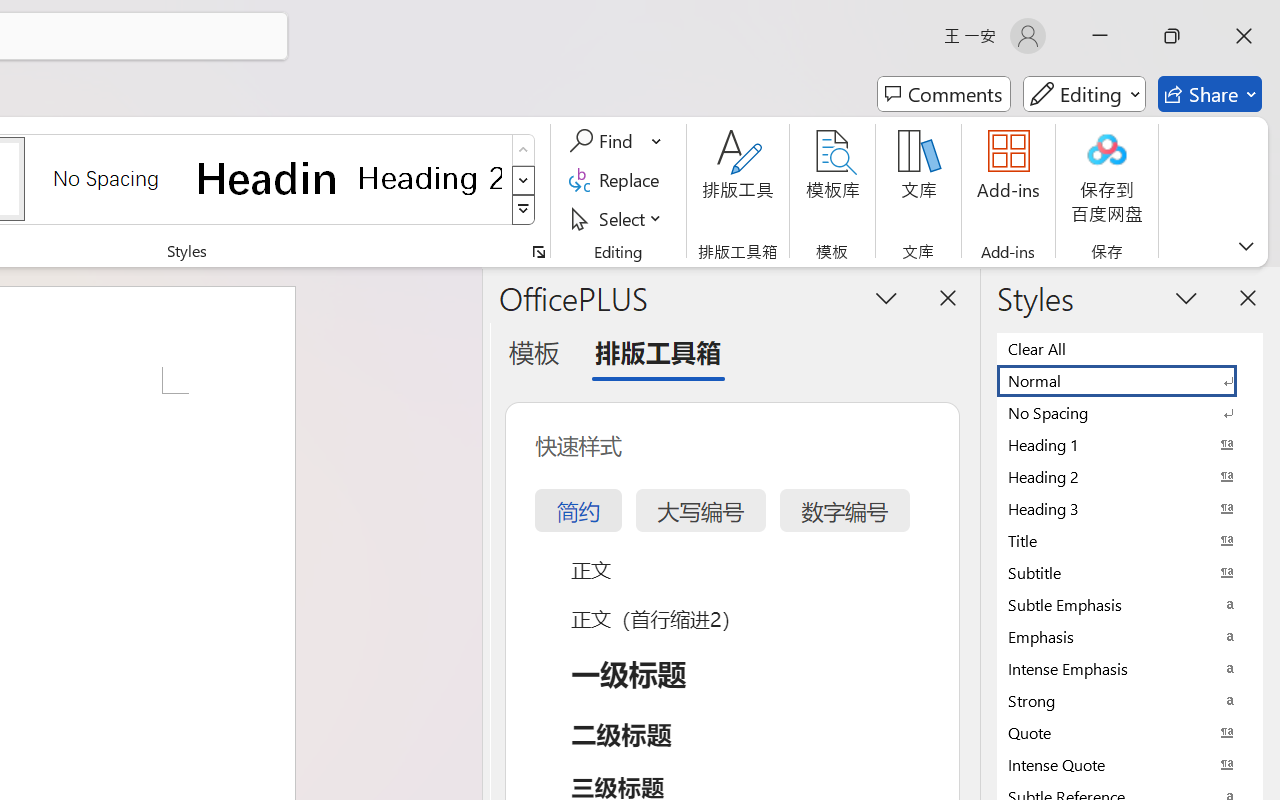 The height and width of the screenshot is (800, 1280). I want to click on 'Minimize', so click(1099, 35).